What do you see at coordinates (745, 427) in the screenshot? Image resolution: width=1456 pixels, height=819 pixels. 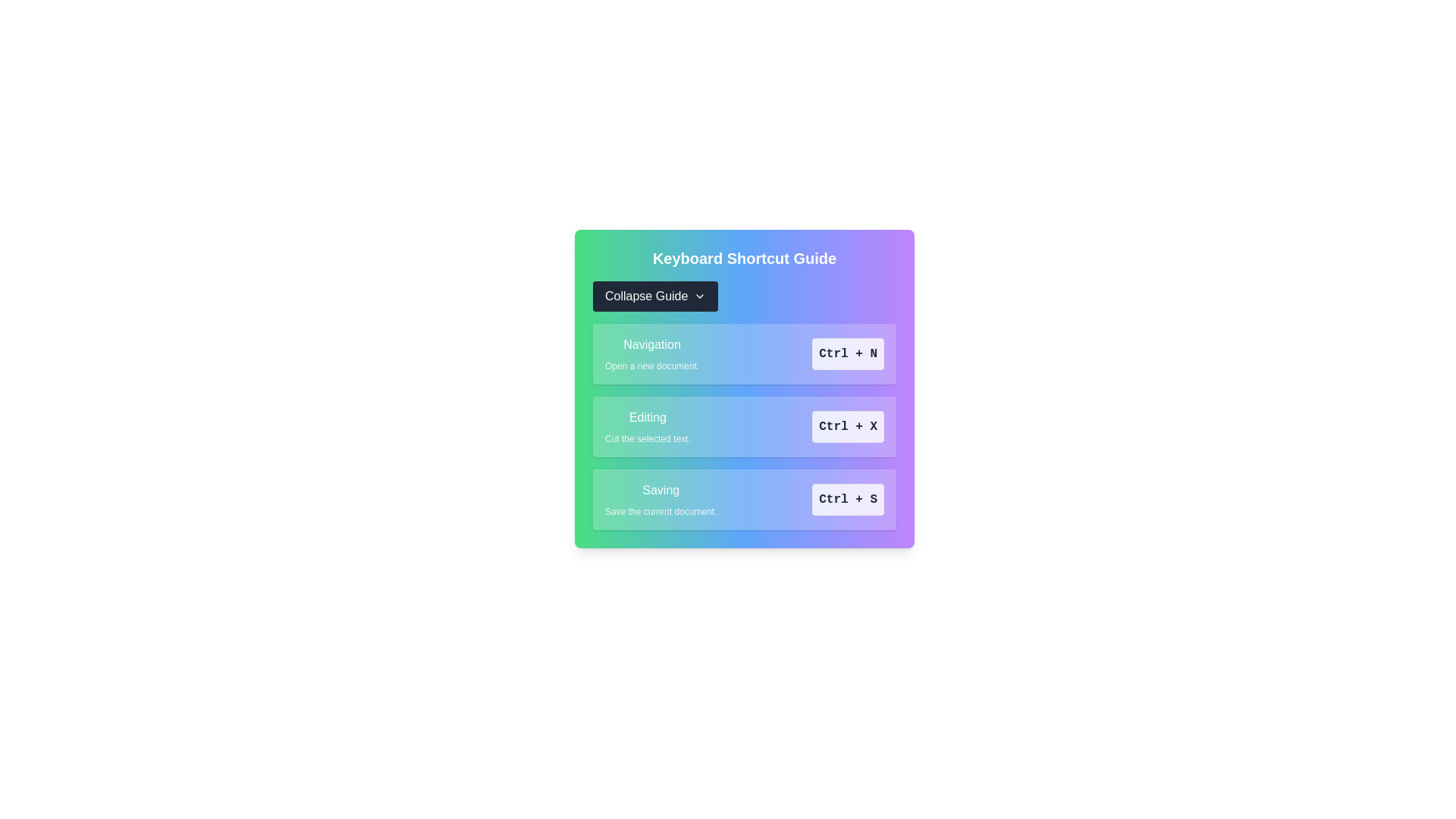 I see `the second item in the 'Keyboard Shortcut Guide' list to interact with the keyboard shortcut guide interface` at bounding box center [745, 427].